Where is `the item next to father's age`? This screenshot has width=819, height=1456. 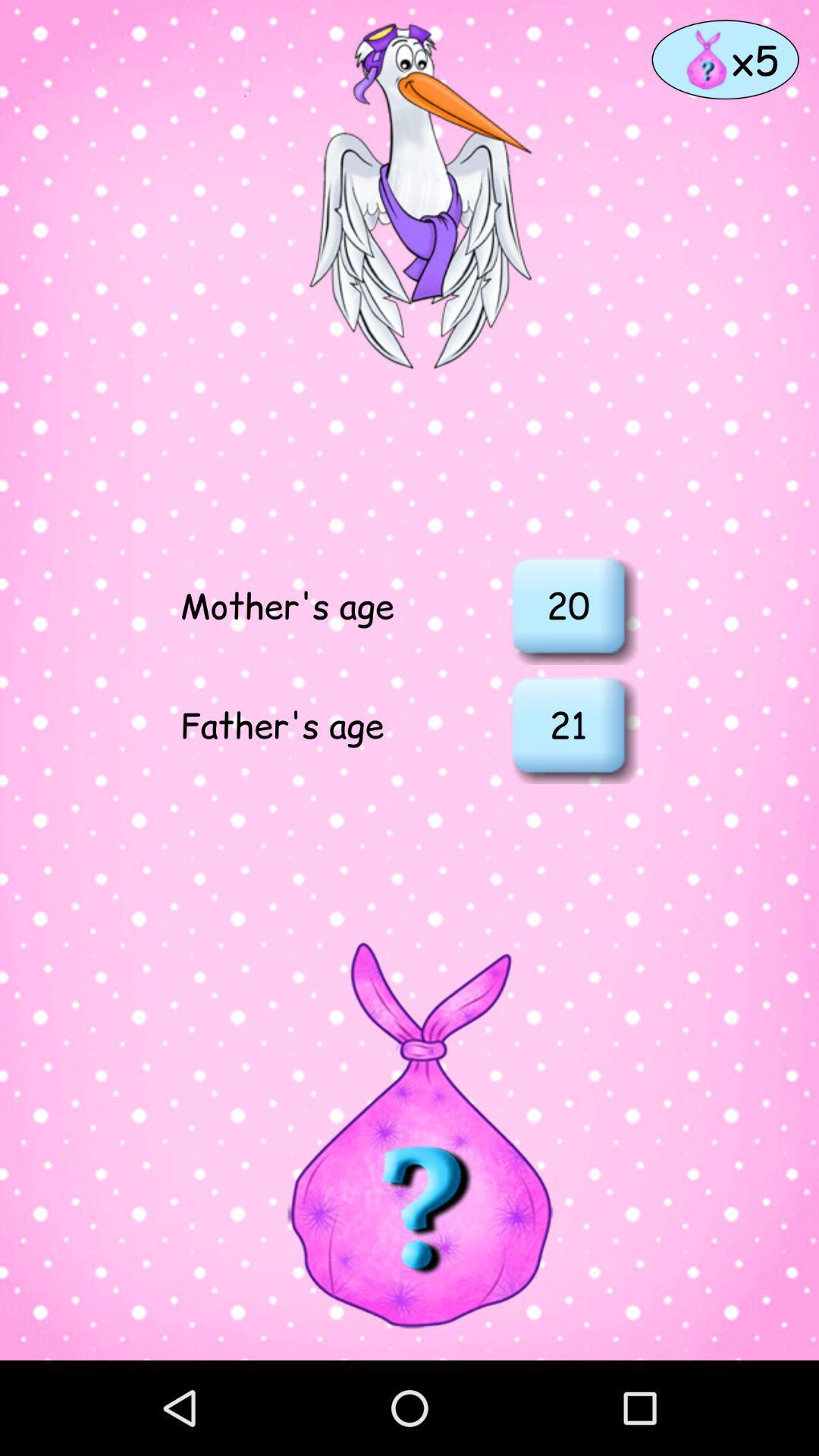 the item next to father's age is located at coordinates (568, 723).